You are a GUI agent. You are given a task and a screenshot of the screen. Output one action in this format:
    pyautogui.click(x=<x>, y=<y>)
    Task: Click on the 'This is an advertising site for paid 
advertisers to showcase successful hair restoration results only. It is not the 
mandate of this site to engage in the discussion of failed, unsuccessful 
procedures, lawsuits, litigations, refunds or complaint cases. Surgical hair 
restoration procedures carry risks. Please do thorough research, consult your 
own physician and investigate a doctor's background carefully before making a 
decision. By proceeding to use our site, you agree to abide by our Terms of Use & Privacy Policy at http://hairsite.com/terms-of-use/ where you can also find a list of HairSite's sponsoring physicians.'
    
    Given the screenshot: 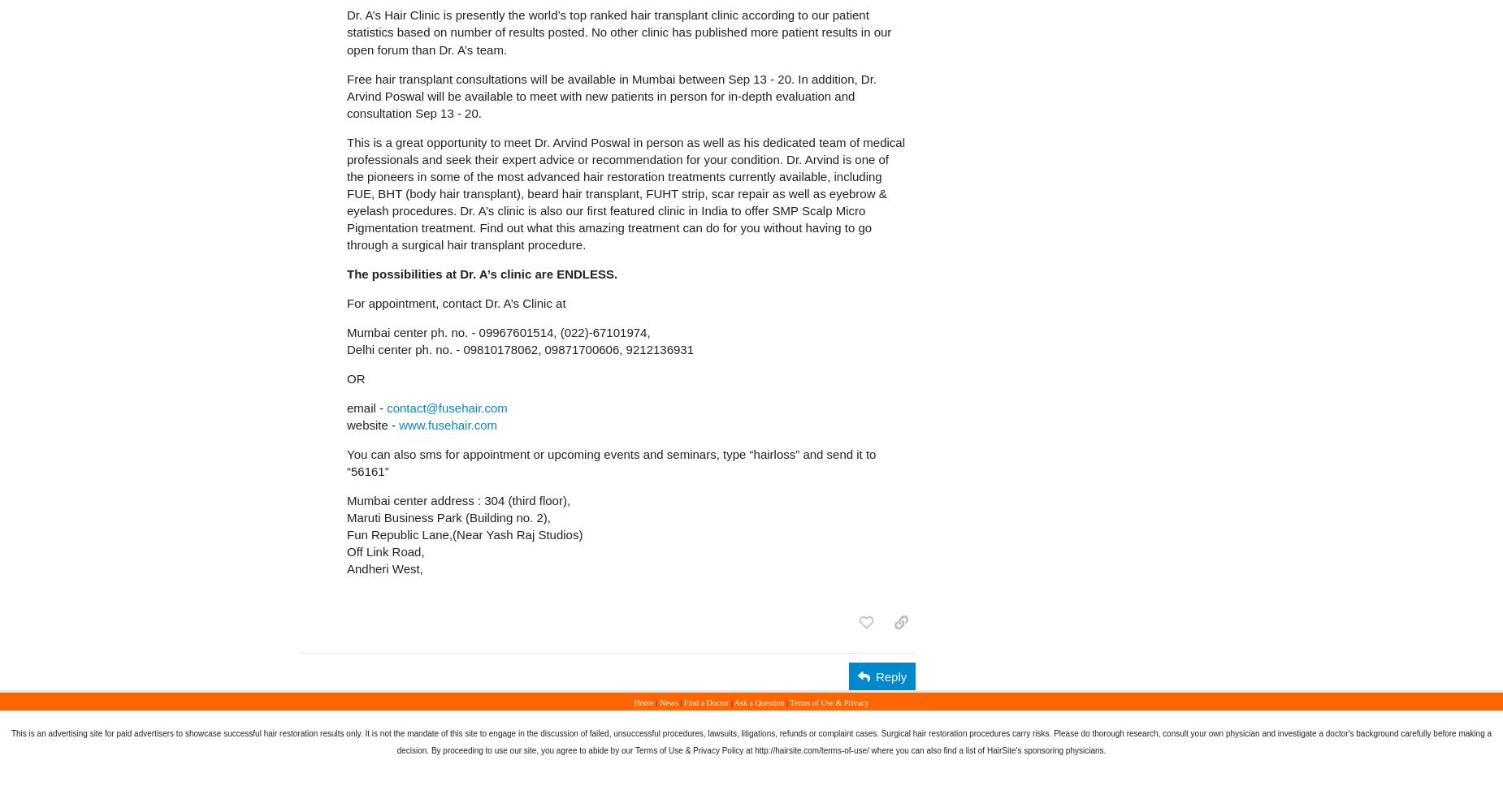 What is the action you would take?
    pyautogui.click(x=751, y=742)
    